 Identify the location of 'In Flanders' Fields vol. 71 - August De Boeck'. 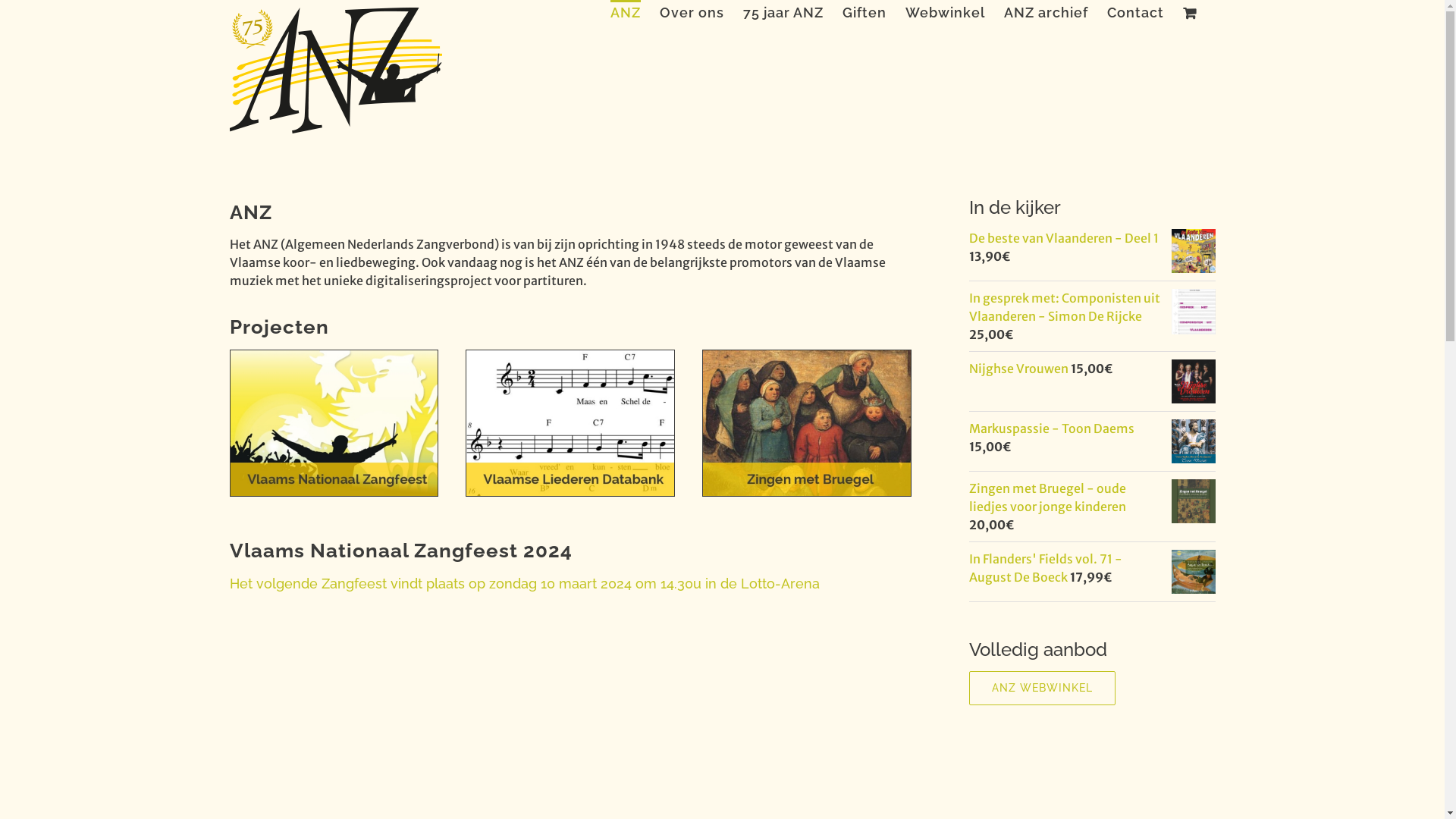
(1044, 567).